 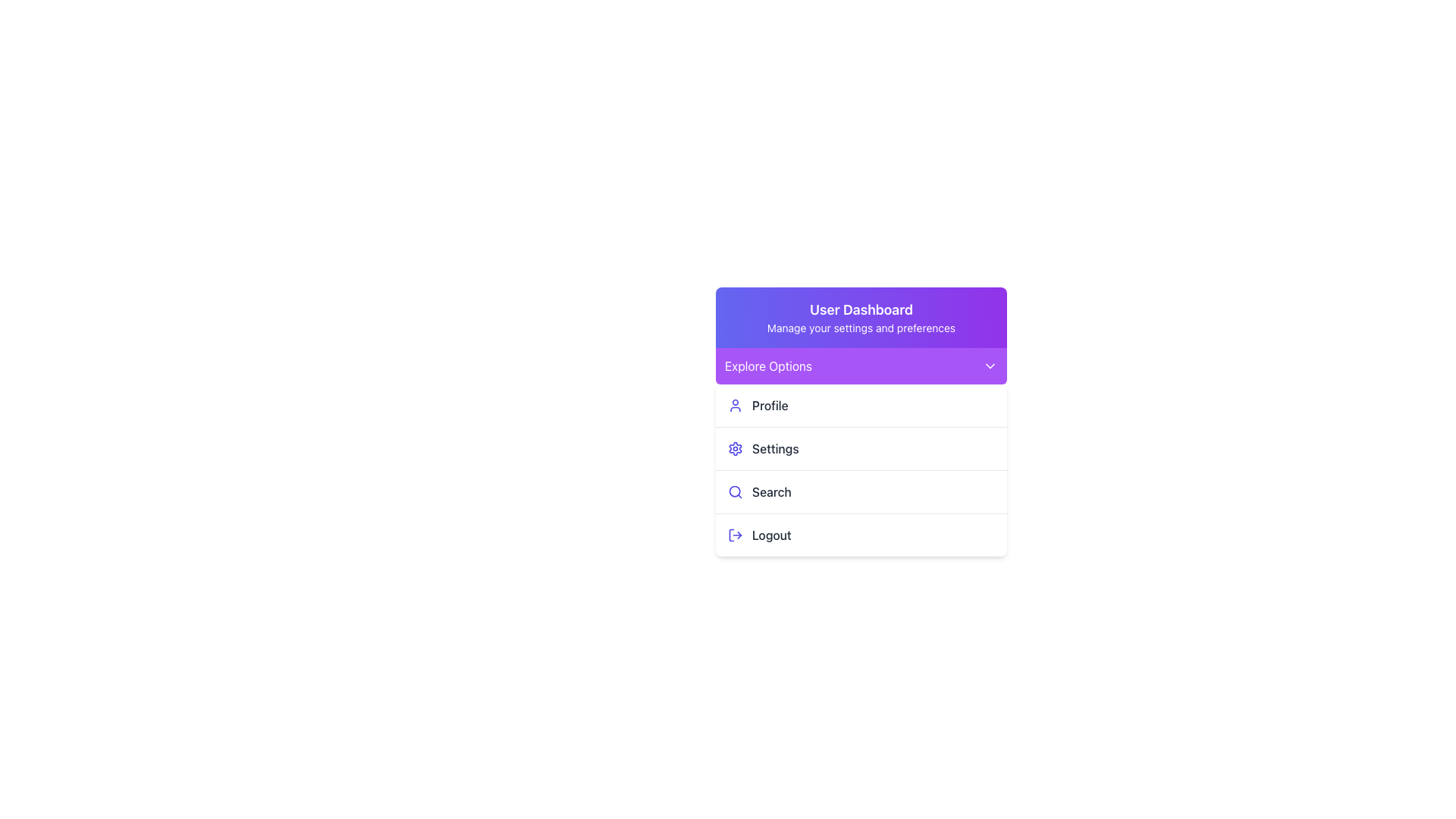 What do you see at coordinates (990, 366) in the screenshot?
I see `the downward-pointing chevron icon located within the purple 'Explore Options' button` at bounding box center [990, 366].